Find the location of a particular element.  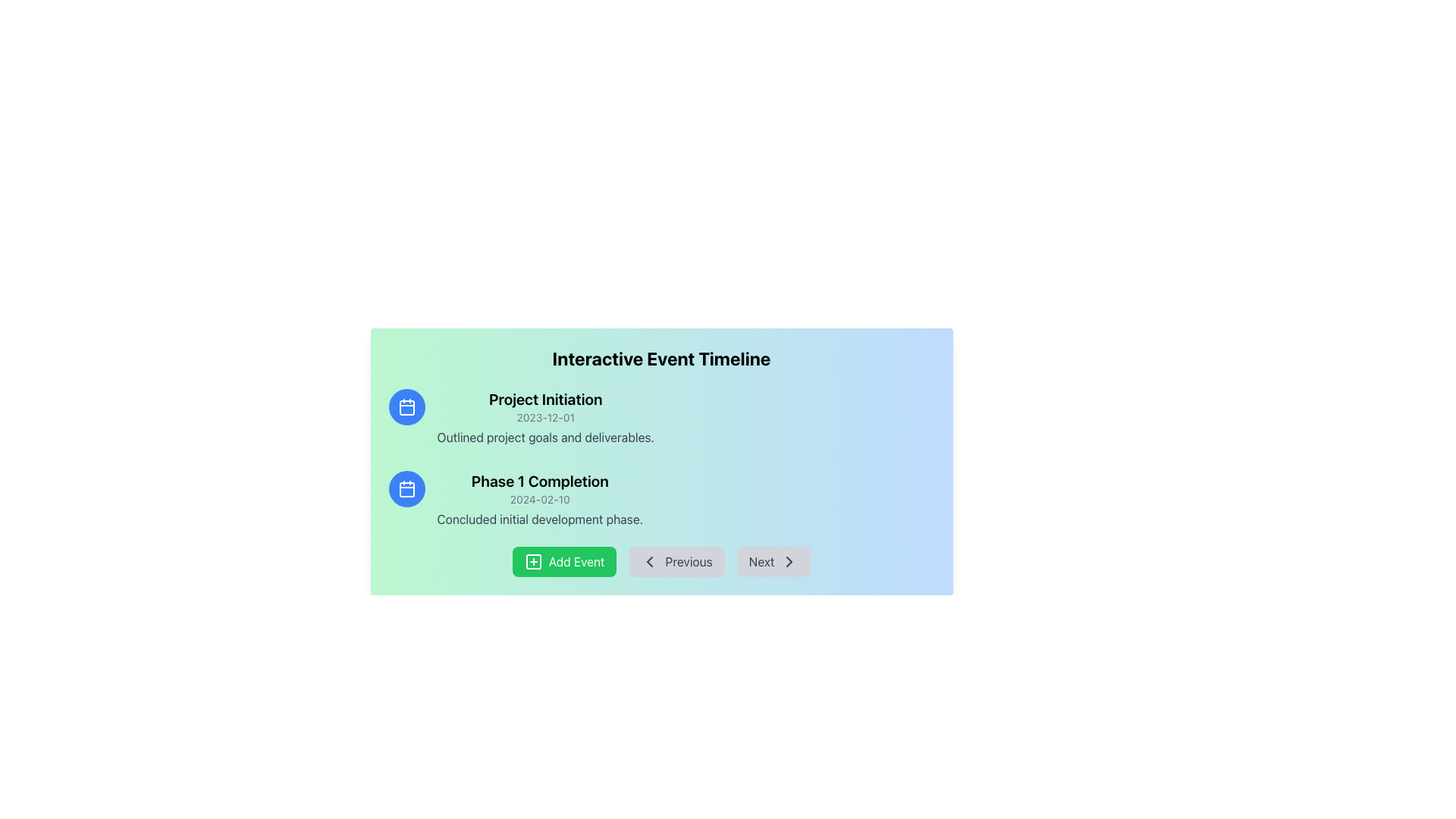

the 'Add Event' button, which has a green background, white text, and a plus icon, to observe the color change effect is located at coordinates (563, 561).